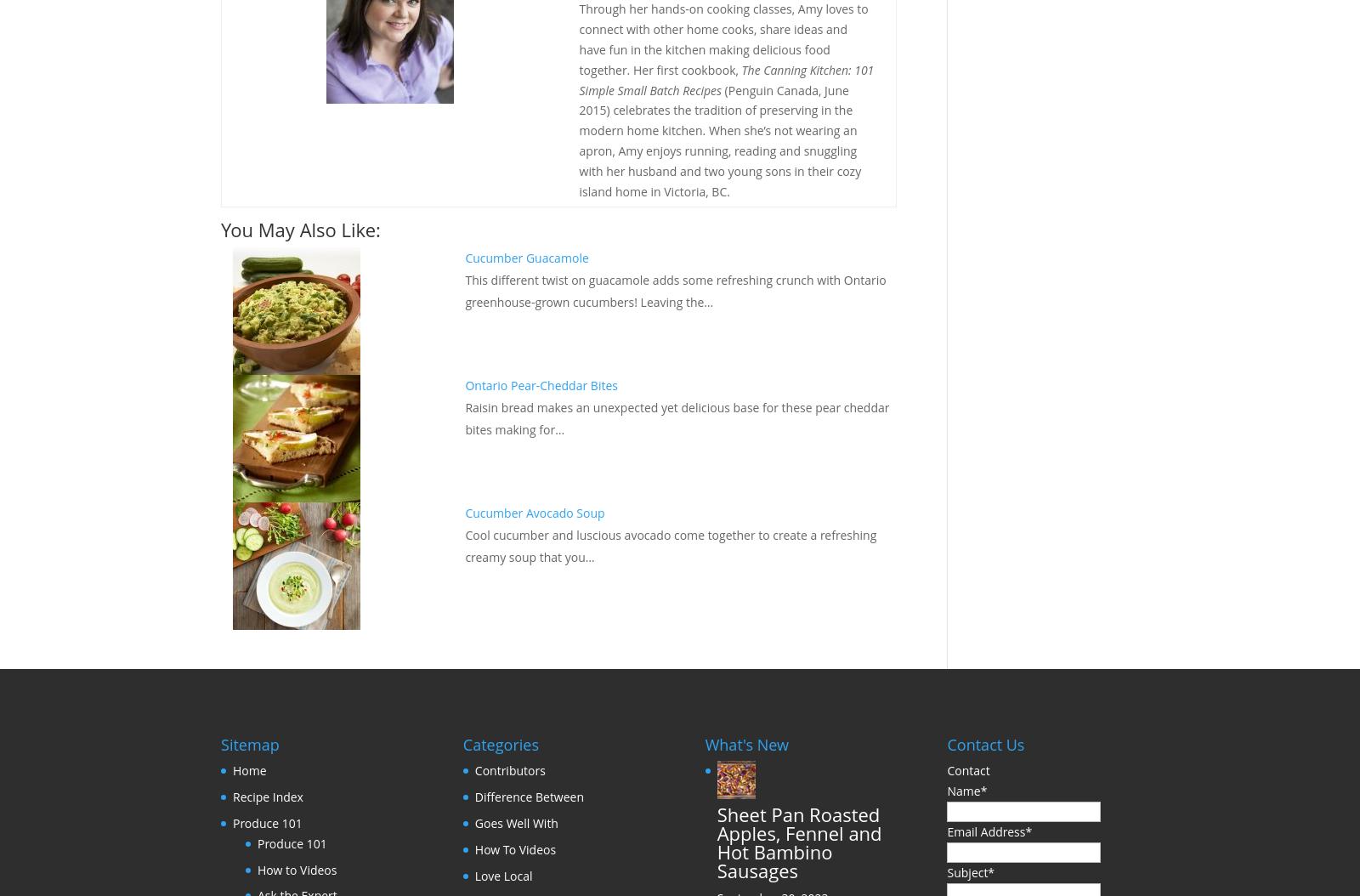 This screenshot has height=896, width=1360. What do you see at coordinates (716, 842) in the screenshot?
I see `'Sheet Pan Roasted Apples, Fennel and Hot Bambino Sausages'` at bounding box center [716, 842].